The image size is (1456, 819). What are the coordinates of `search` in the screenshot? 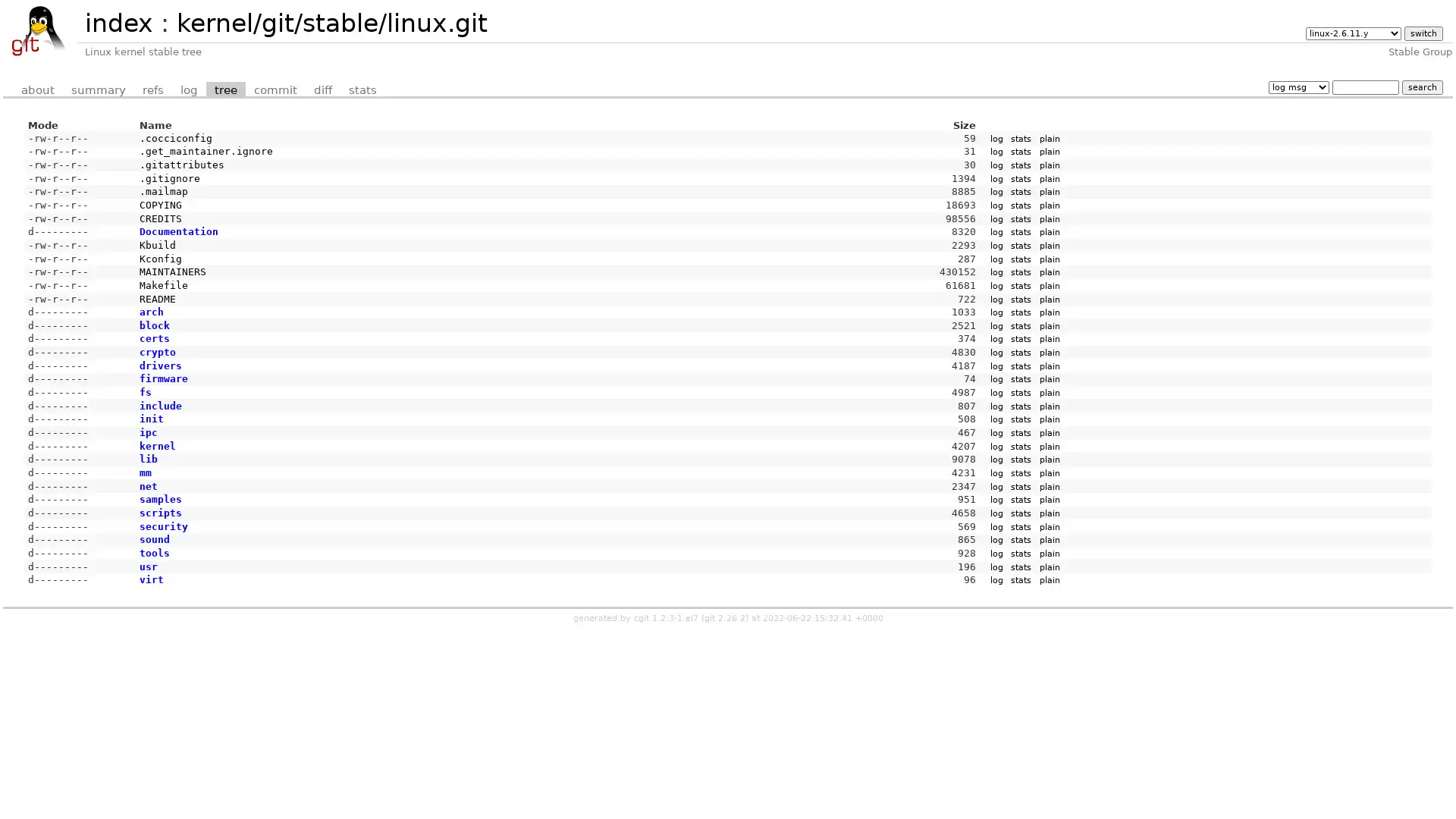 It's located at (1421, 86).